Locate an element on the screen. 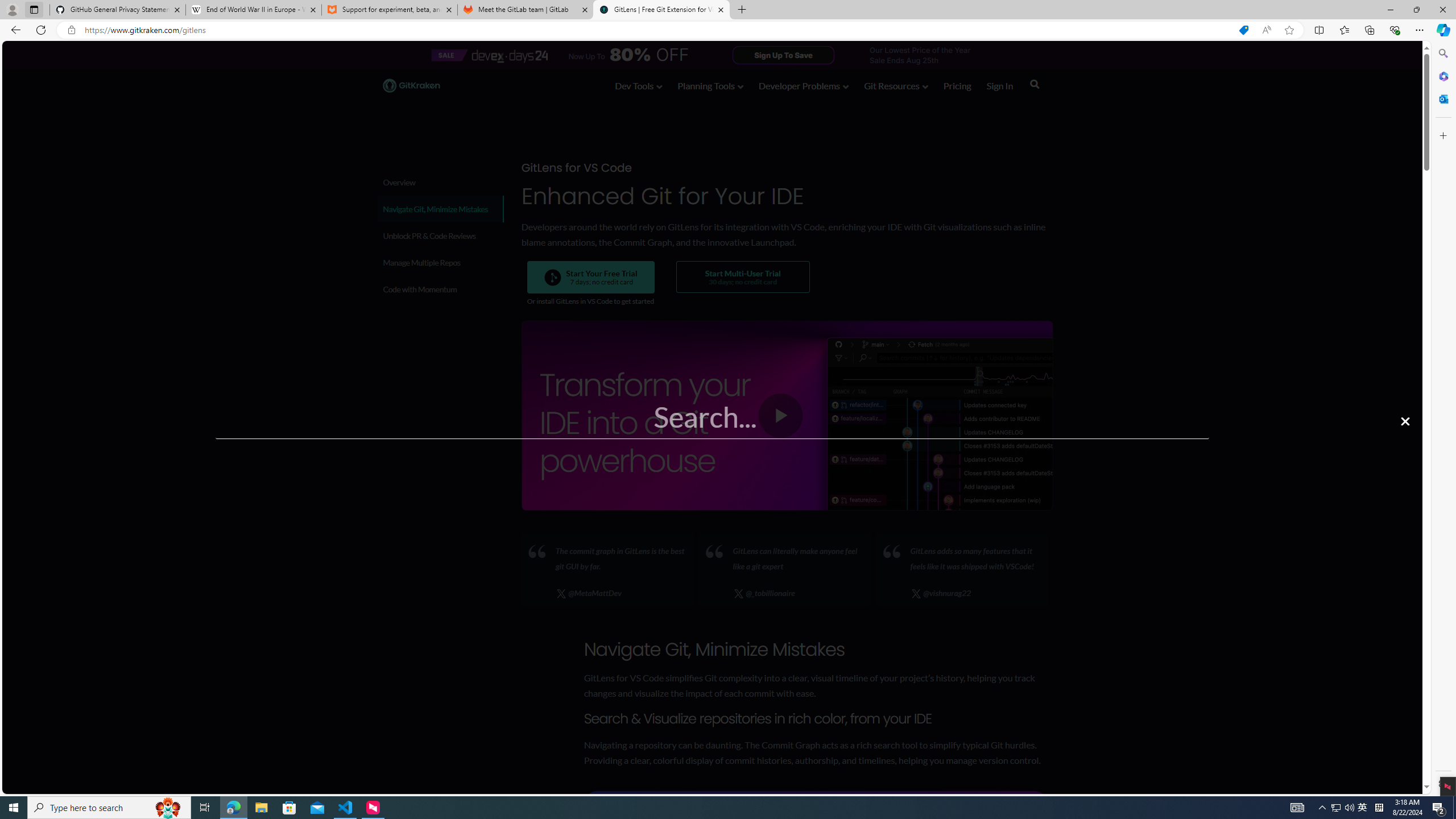 The width and height of the screenshot is (1456, 819). 'Sign Up To Save' is located at coordinates (783, 54).